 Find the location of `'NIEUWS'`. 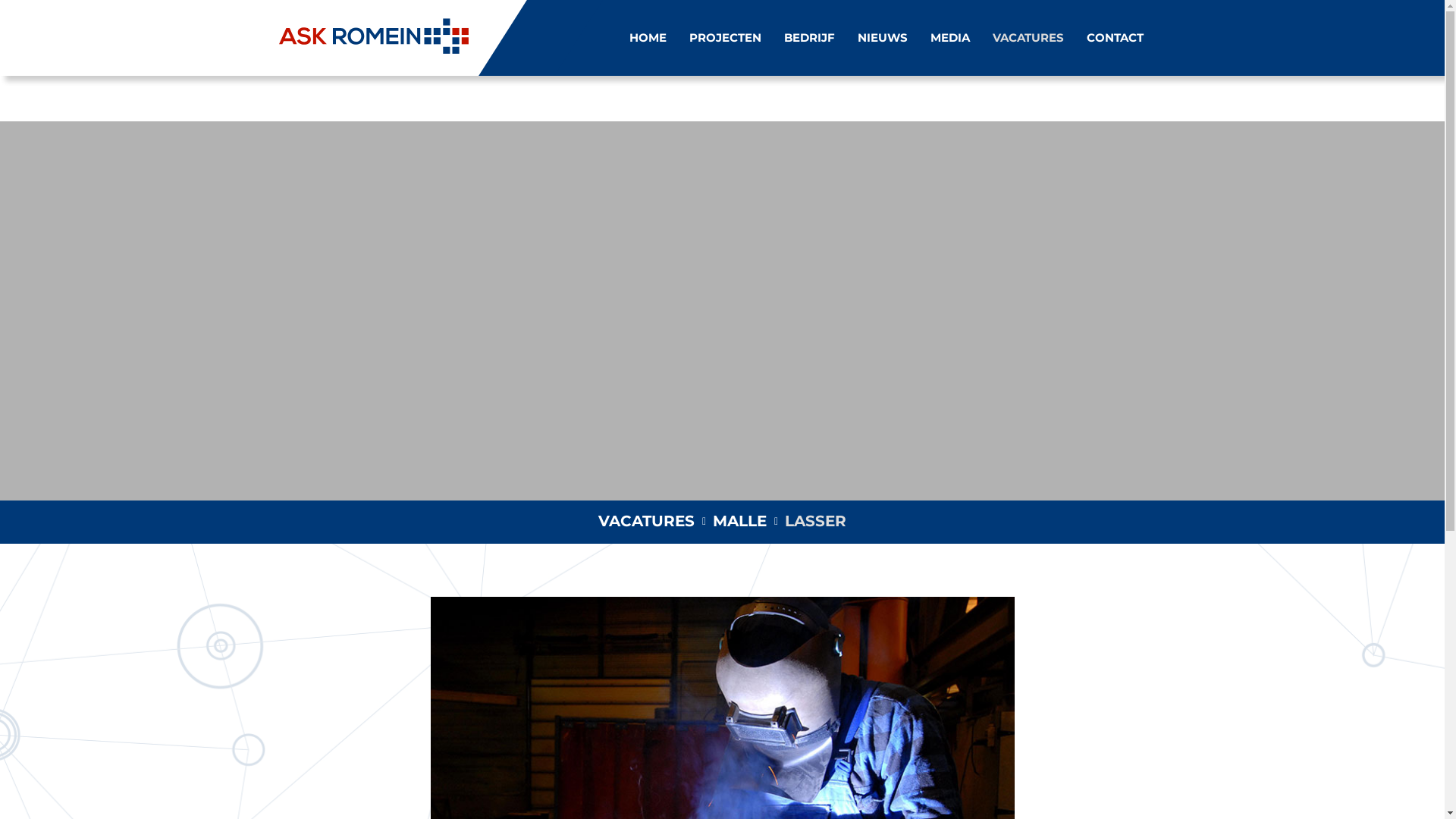

'NIEUWS' is located at coordinates (856, 37).